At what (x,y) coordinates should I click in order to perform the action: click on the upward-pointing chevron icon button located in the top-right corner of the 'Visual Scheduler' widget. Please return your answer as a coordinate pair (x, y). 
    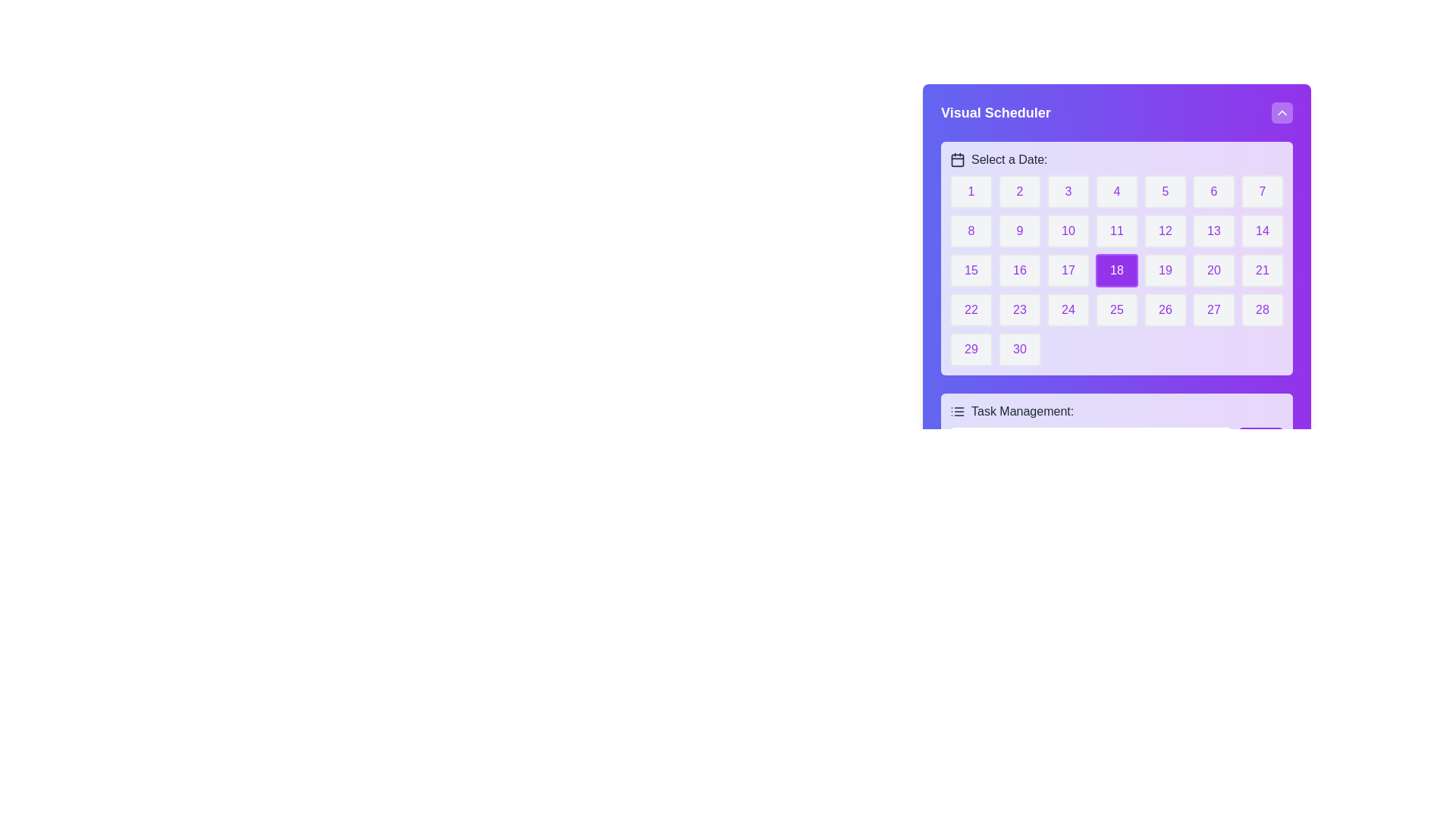
    Looking at the image, I should click on (1281, 112).